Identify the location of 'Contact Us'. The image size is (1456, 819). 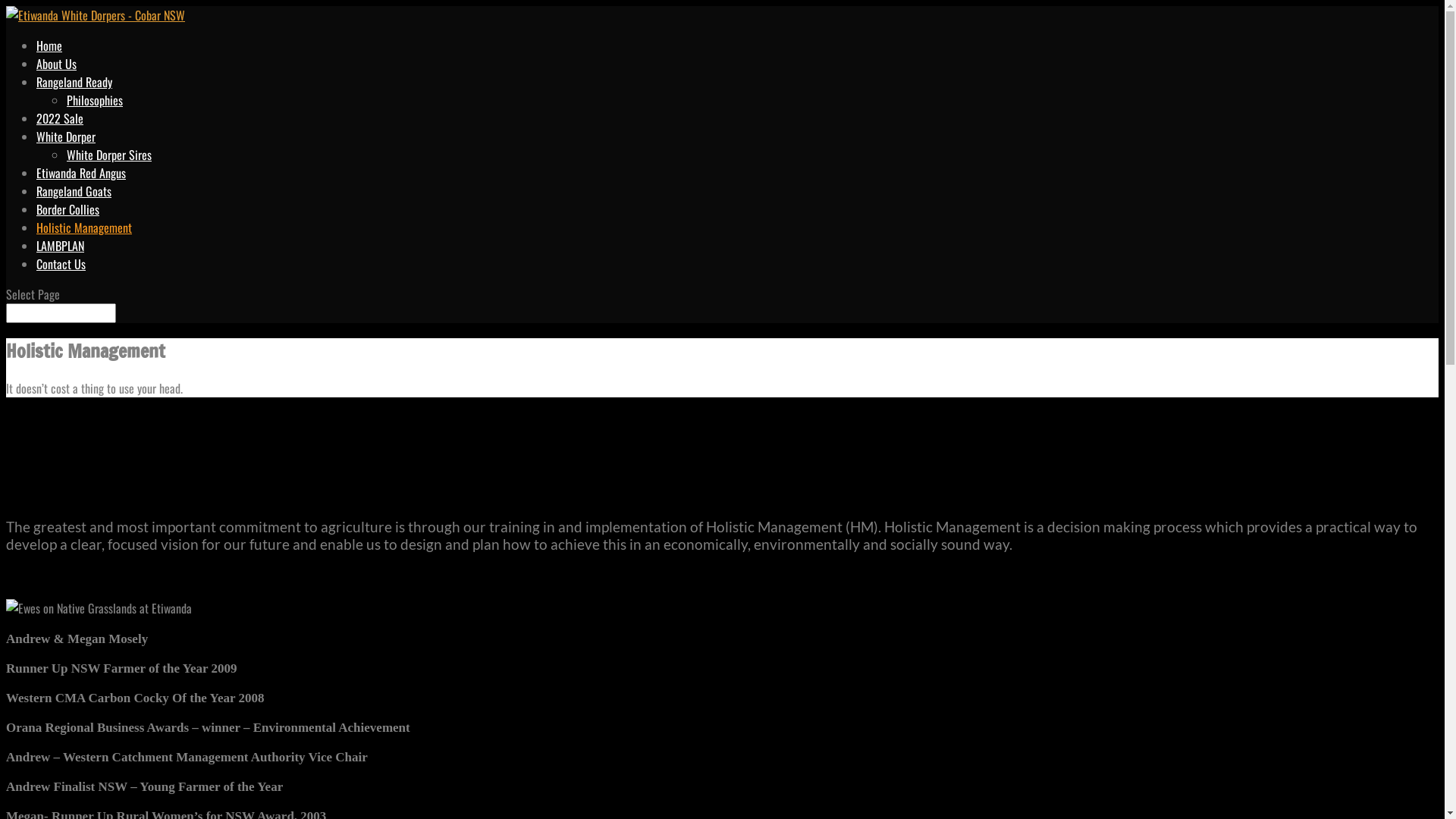
(61, 262).